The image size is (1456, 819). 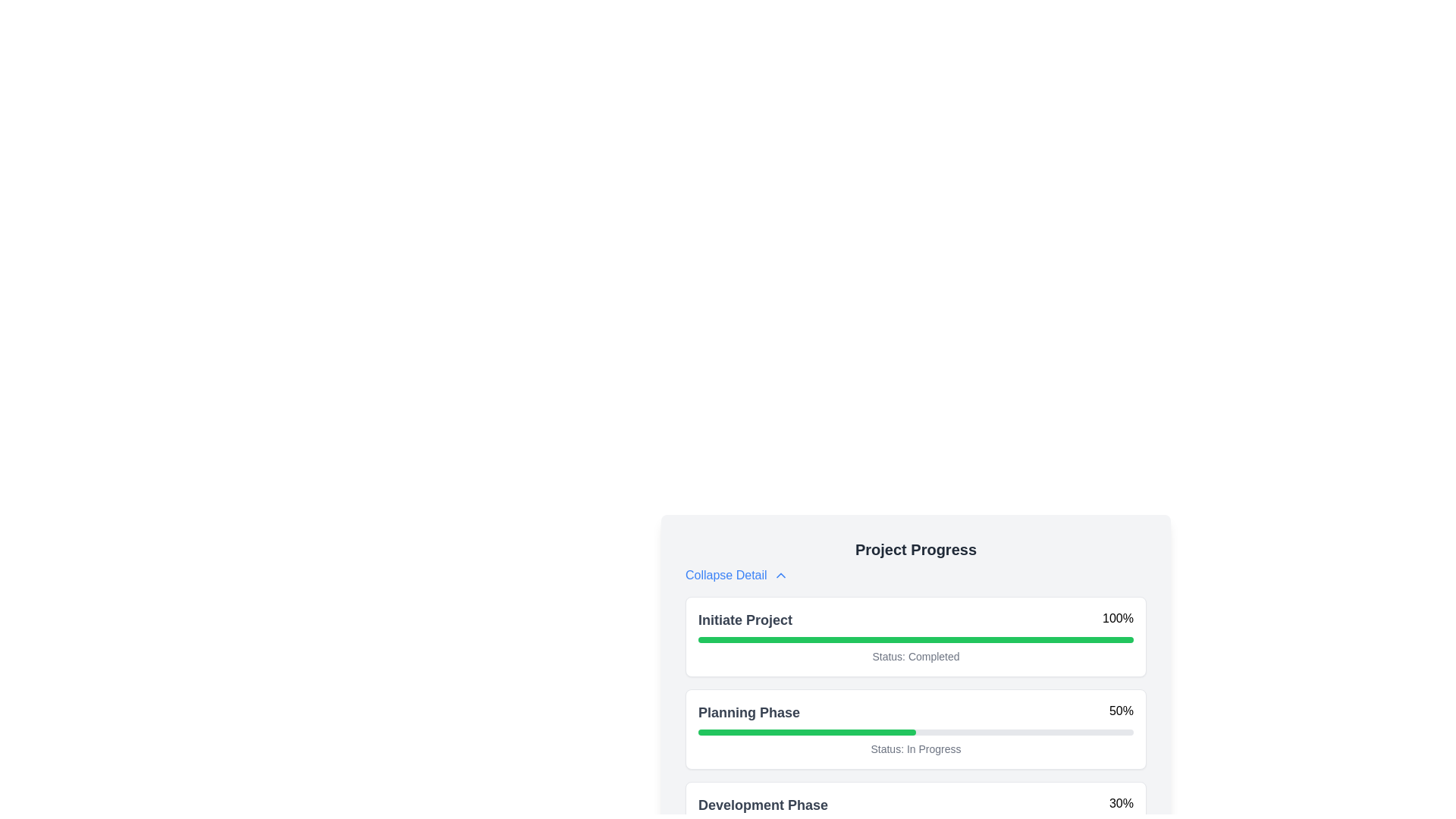 I want to click on the progress bar indicating the completion status of the 'Initiate Project' task, which is visually represented within the card titled 'Initiate Project', so click(x=915, y=640).